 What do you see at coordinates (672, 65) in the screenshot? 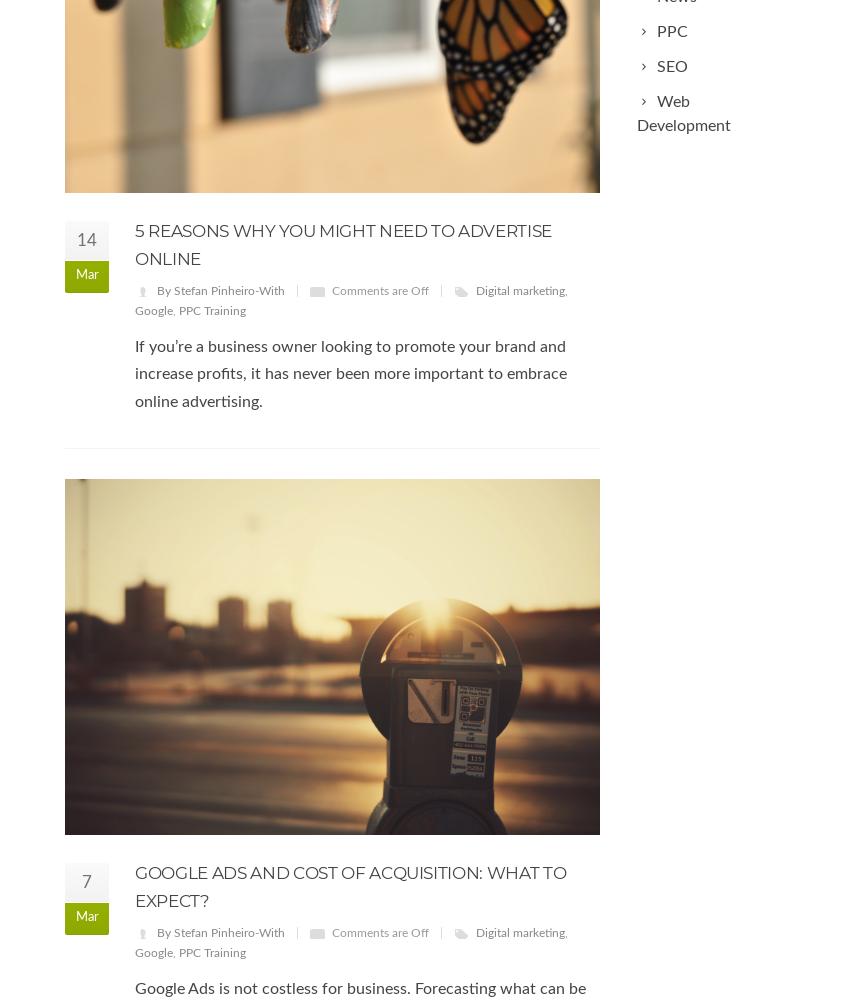
I see `'SEO'` at bounding box center [672, 65].